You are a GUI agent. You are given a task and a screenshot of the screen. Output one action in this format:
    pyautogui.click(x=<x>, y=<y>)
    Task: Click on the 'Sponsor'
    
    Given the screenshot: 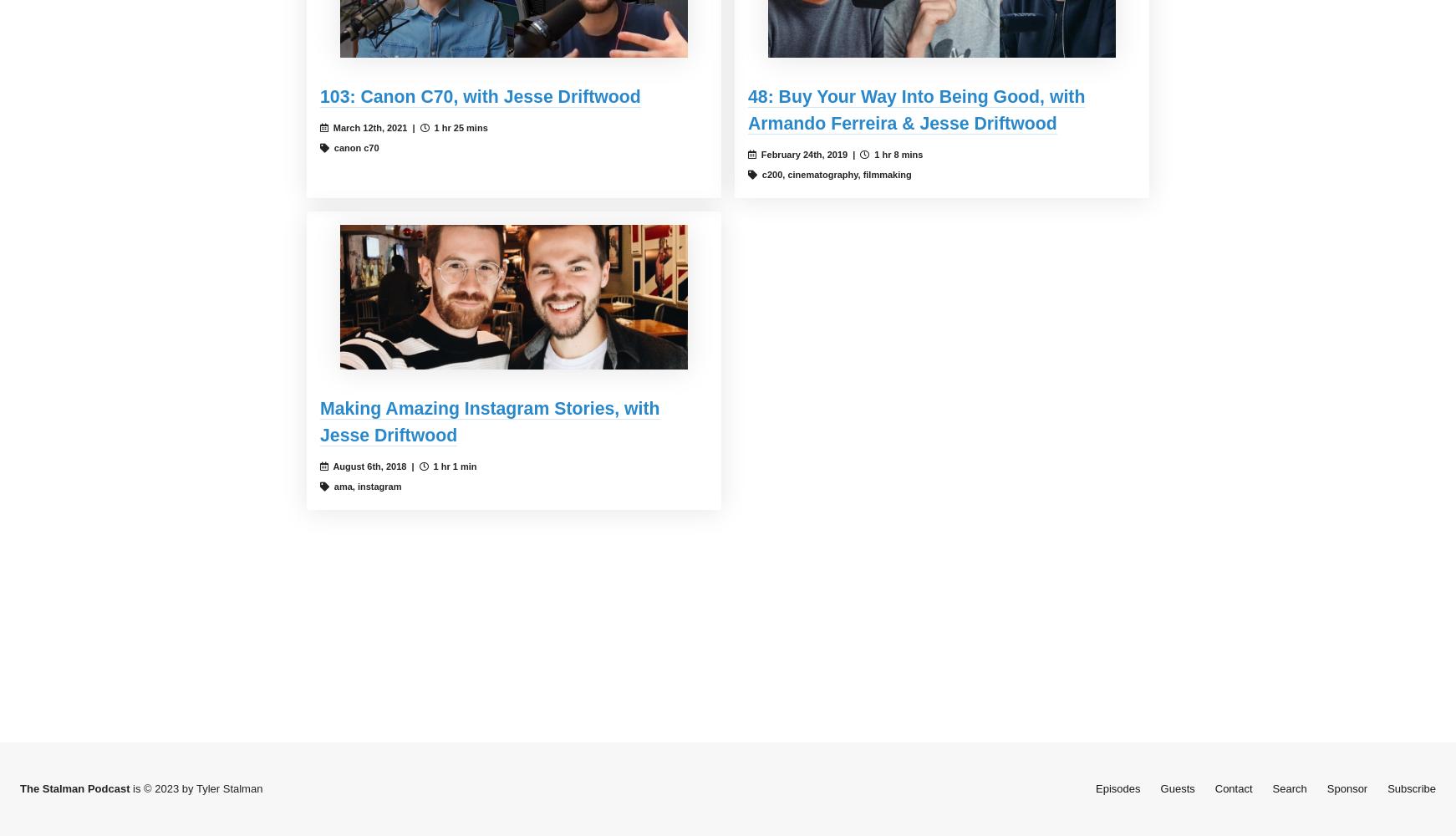 What is the action you would take?
    pyautogui.click(x=1347, y=788)
    